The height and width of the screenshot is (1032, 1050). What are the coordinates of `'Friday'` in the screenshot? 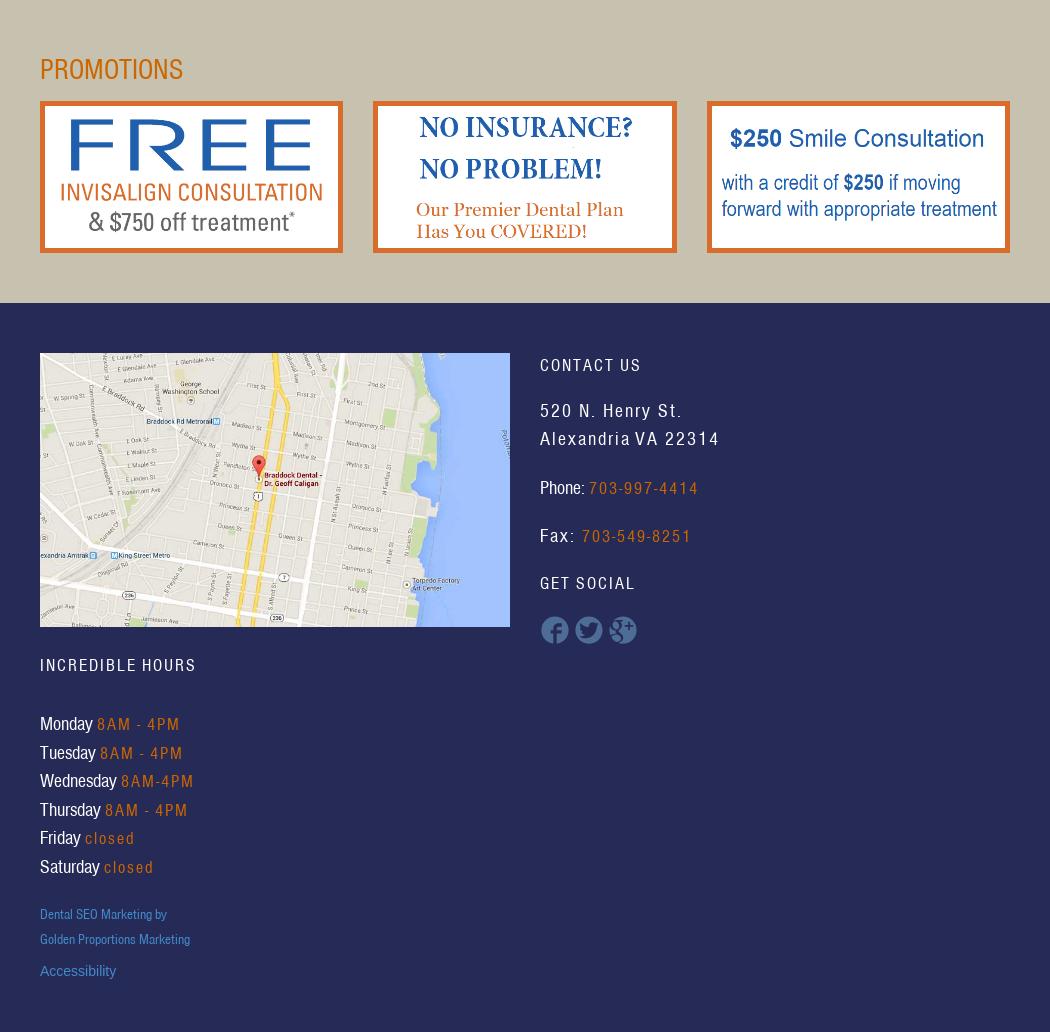 It's located at (61, 837).